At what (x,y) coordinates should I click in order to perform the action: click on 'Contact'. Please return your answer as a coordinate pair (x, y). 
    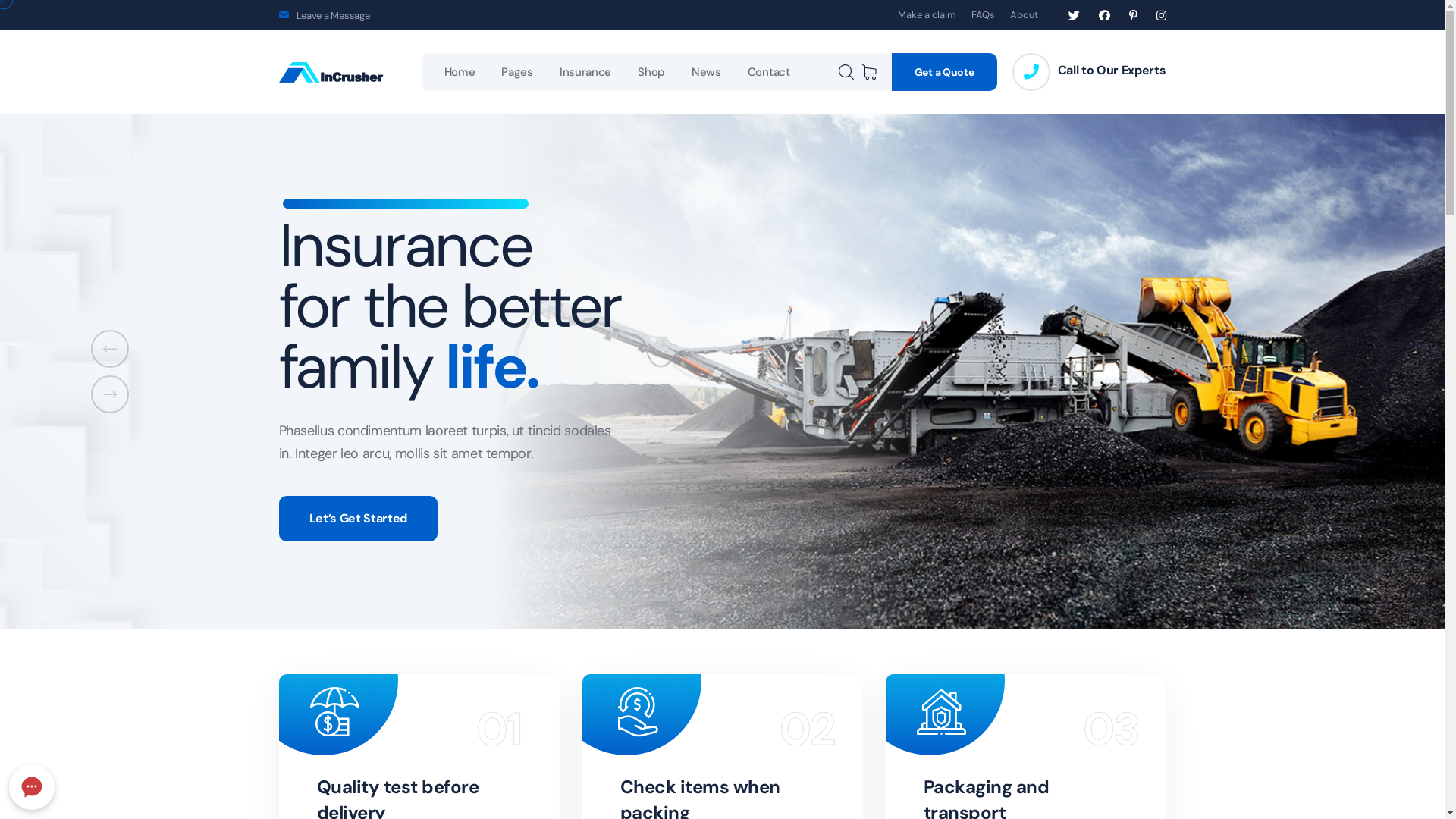
    Looking at the image, I should click on (747, 72).